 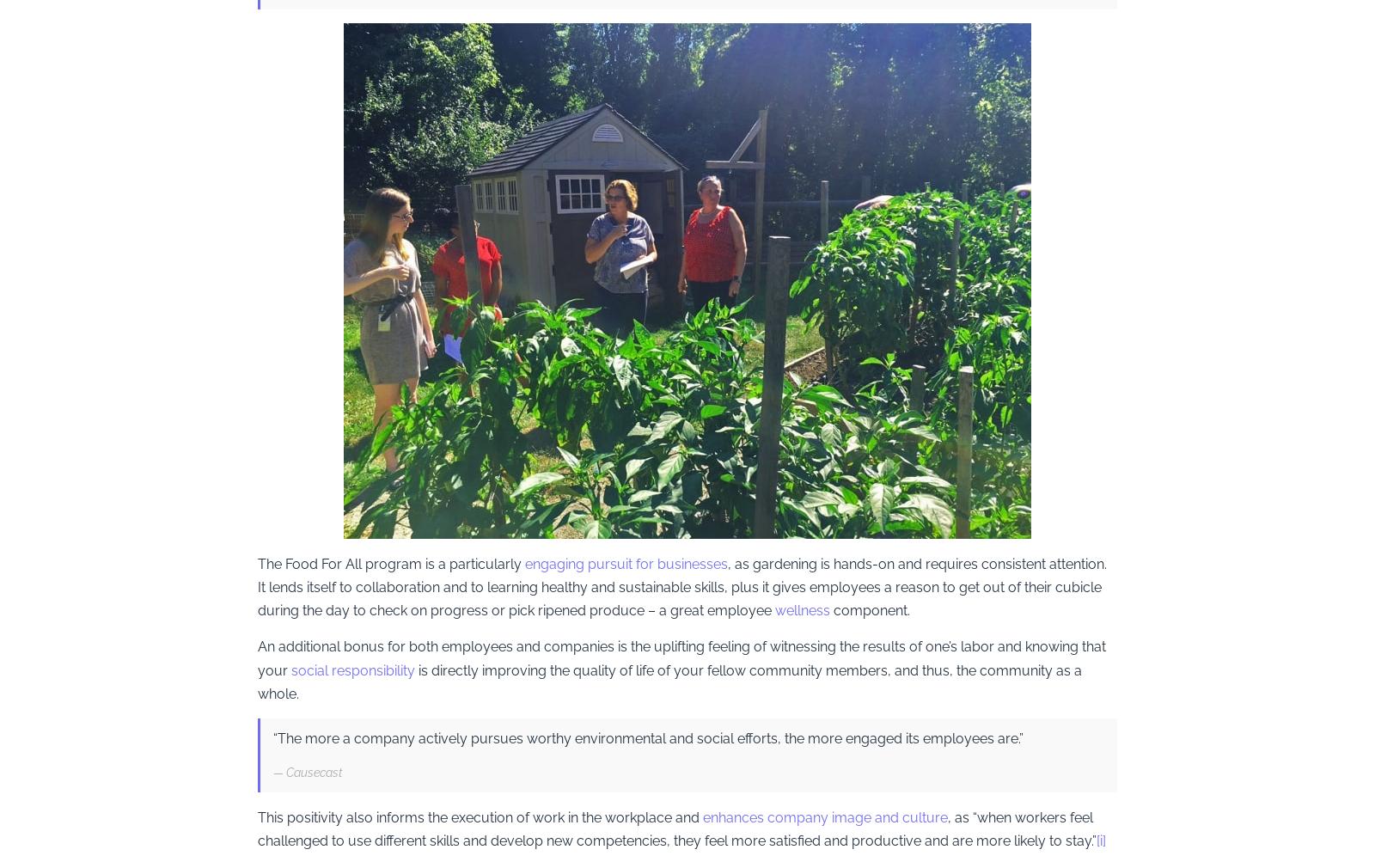 I want to click on ', as gardening is hands-on and requires consistent attention.  It lends itself to collaboration and to learning healthy and sustainable skills, plus it gives employees a reason to get out of their cubicle during the day to check on progress or pick ripened produce – a great employee', so click(x=684, y=585).